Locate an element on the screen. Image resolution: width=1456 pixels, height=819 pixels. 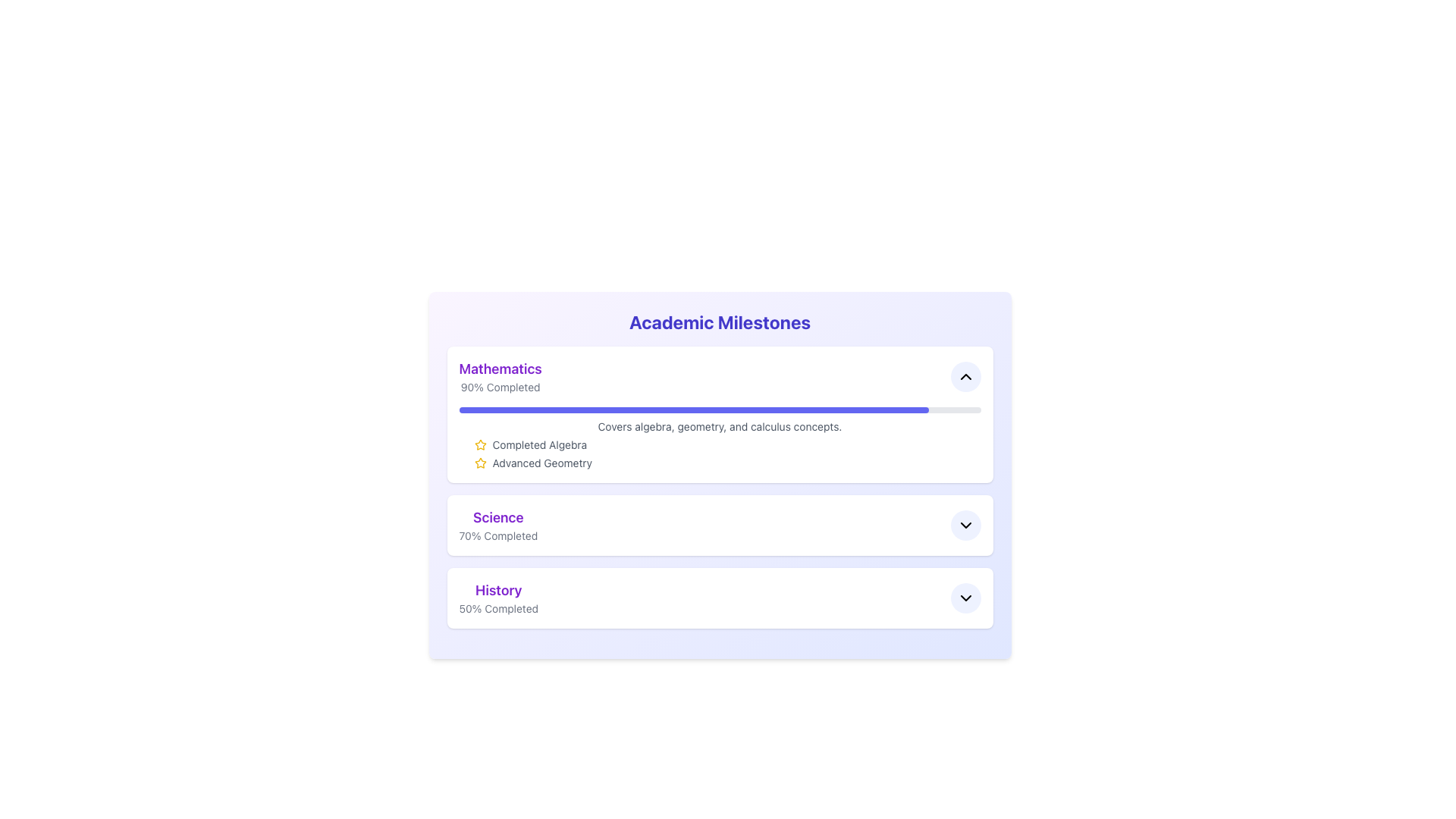
the Text Label indicating the completion status for the Science subject, which displays the percentage format of completion located beneath the 'Science' heading in the Academic Milestones interface is located at coordinates (498, 535).